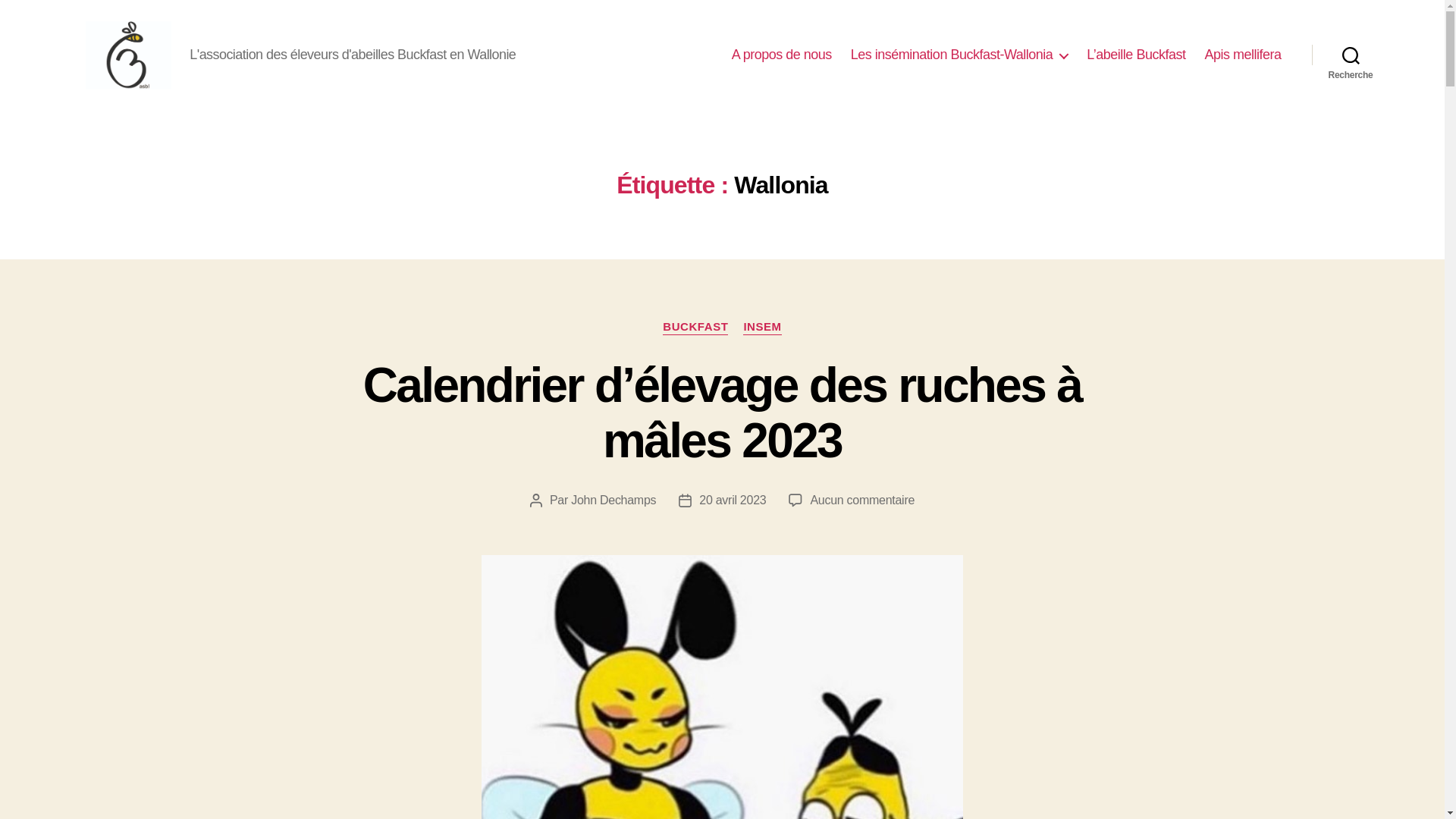 The height and width of the screenshot is (819, 1456). What do you see at coordinates (613, 500) in the screenshot?
I see `'John Dechamps'` at bounding box center [613, 500].